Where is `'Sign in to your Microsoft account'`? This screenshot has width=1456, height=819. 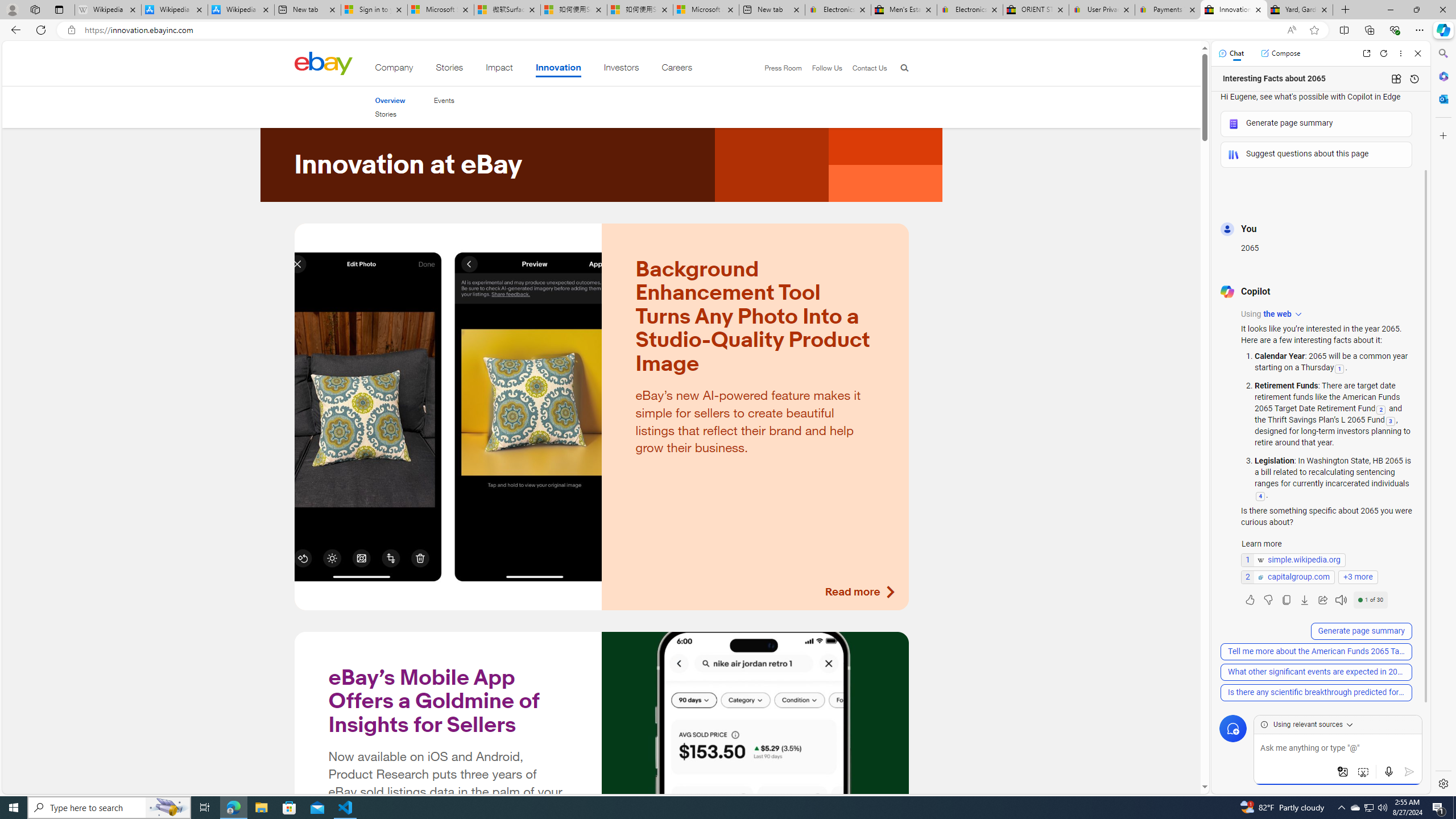 'Sign in to your Microsoft account' is located at coordinates (373, 9).